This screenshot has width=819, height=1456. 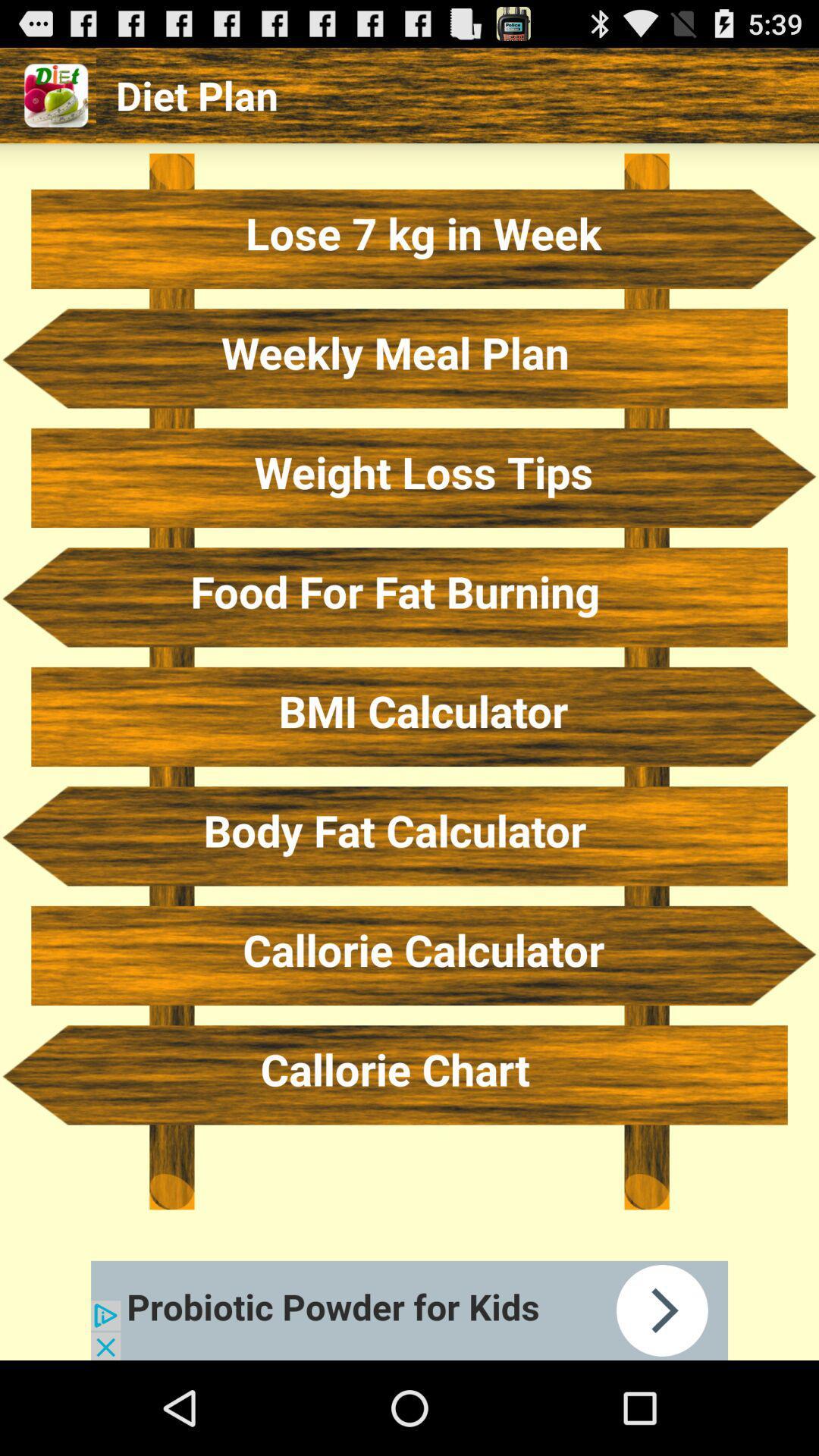 I want to click on sponsored advertisement, so click(x=409, y=1310).